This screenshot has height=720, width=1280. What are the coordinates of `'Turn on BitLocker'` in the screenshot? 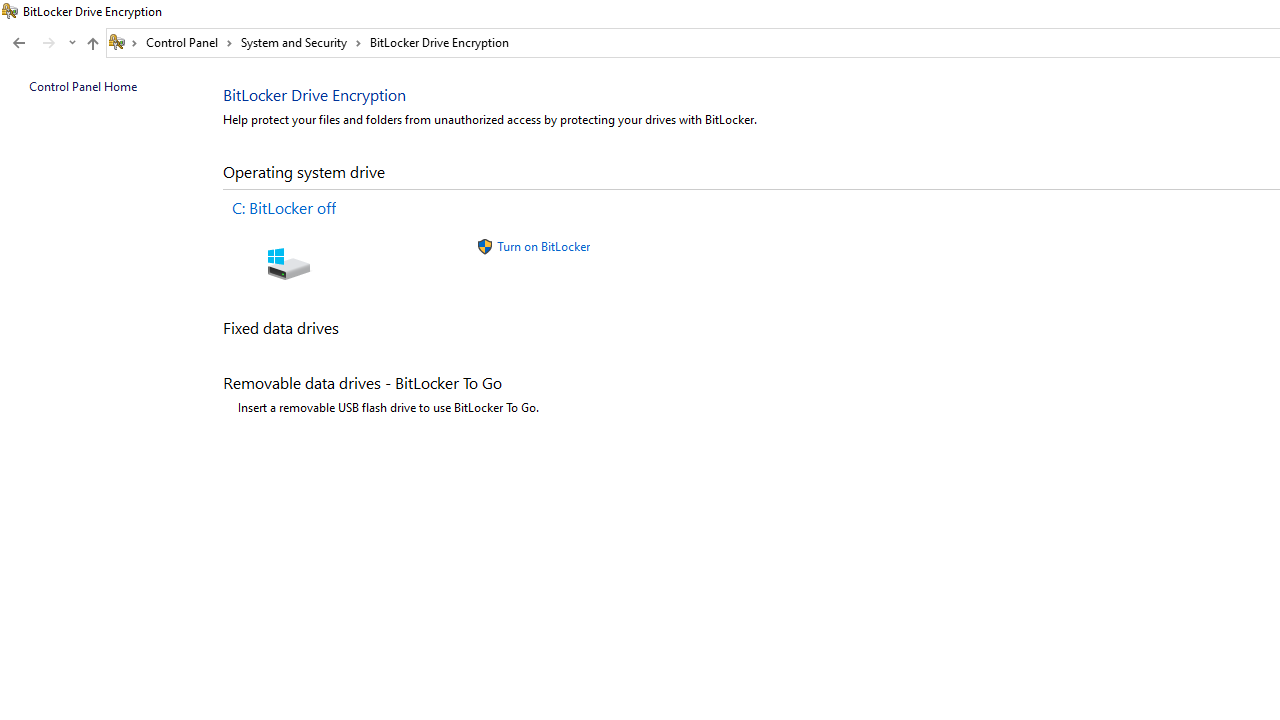 It's located at (543, 245).